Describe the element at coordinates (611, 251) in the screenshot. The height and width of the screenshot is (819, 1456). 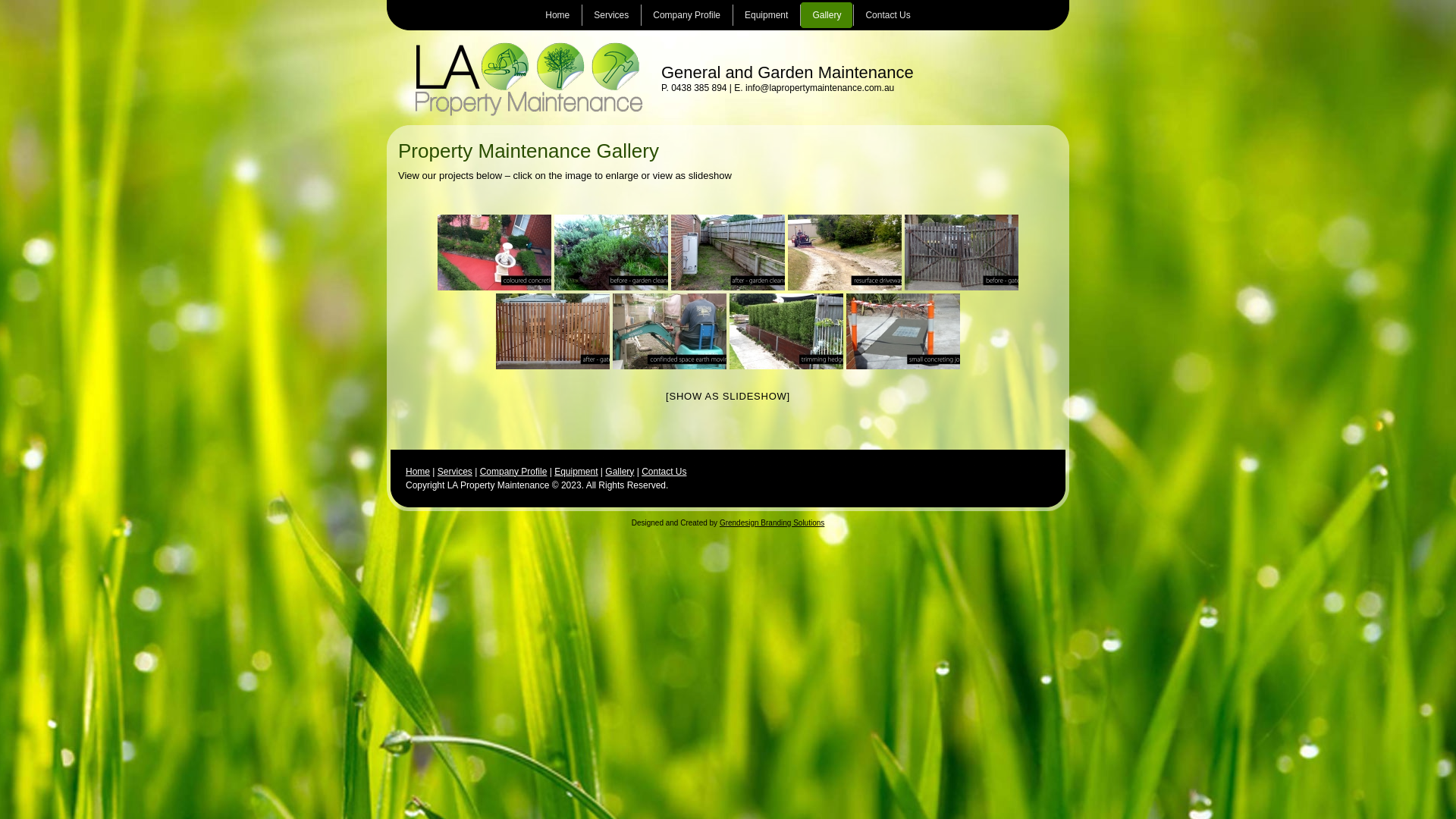
I see `'la-property-maintenance-garden-cleanup2'` at that location.